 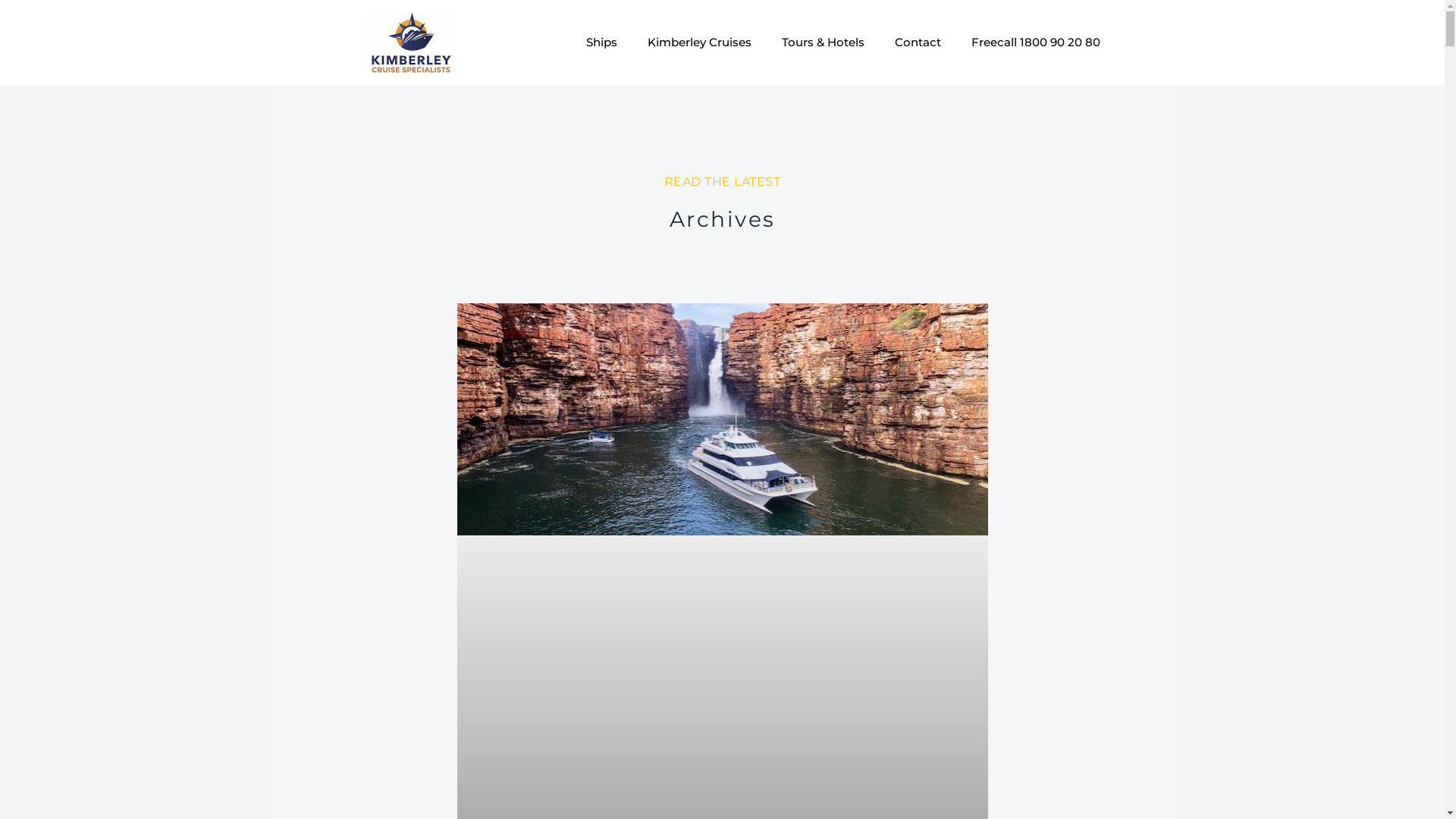 I want to click on 'Ships', so click(x=601, y=42).